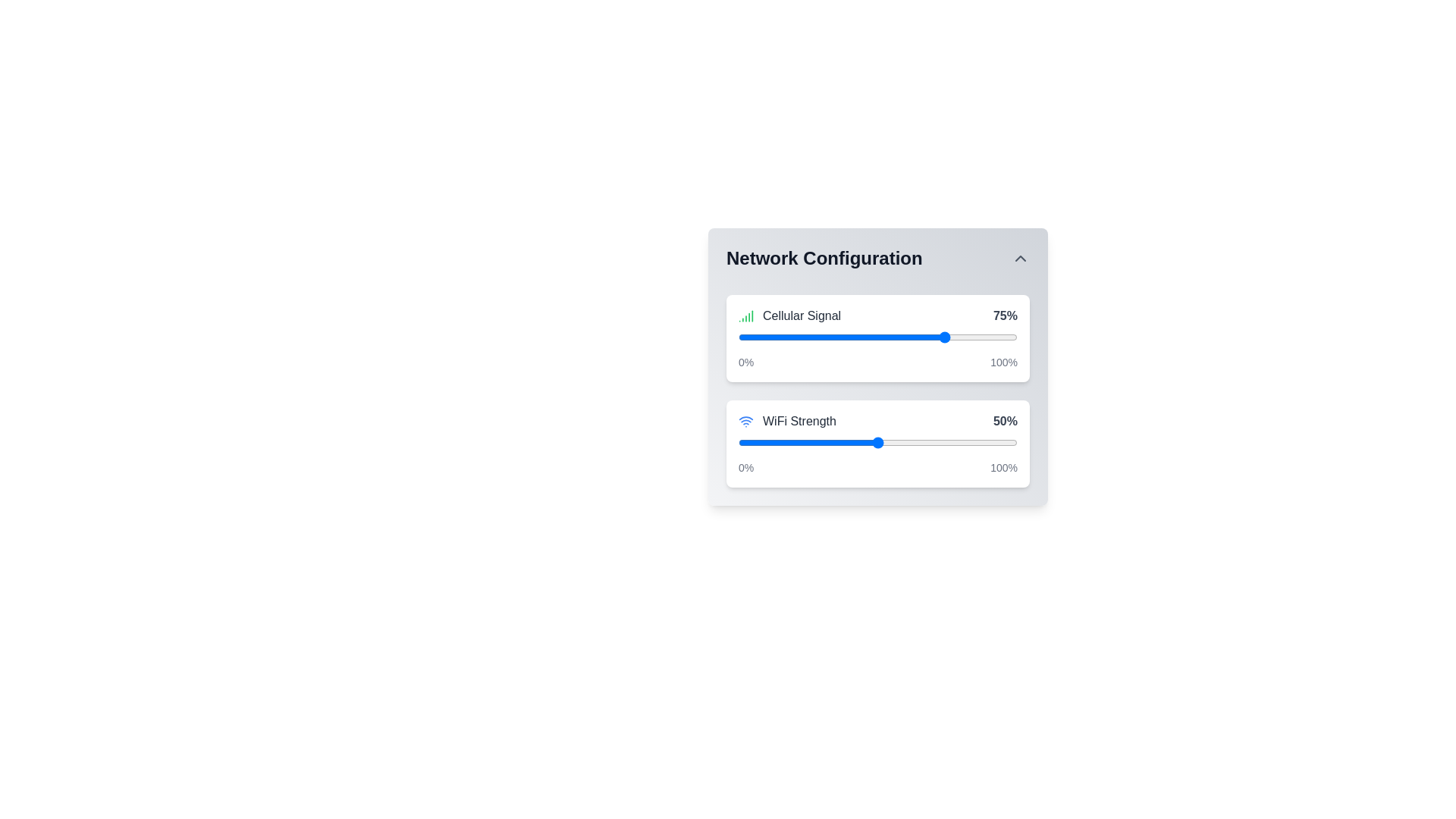 The width and height of the screenshot is (1456, 819). I want to click on the informational label displaying the cellular signal and its percentage, located at the top of the white rectangular card under the title 'Network Configuration', so click(877, 315).